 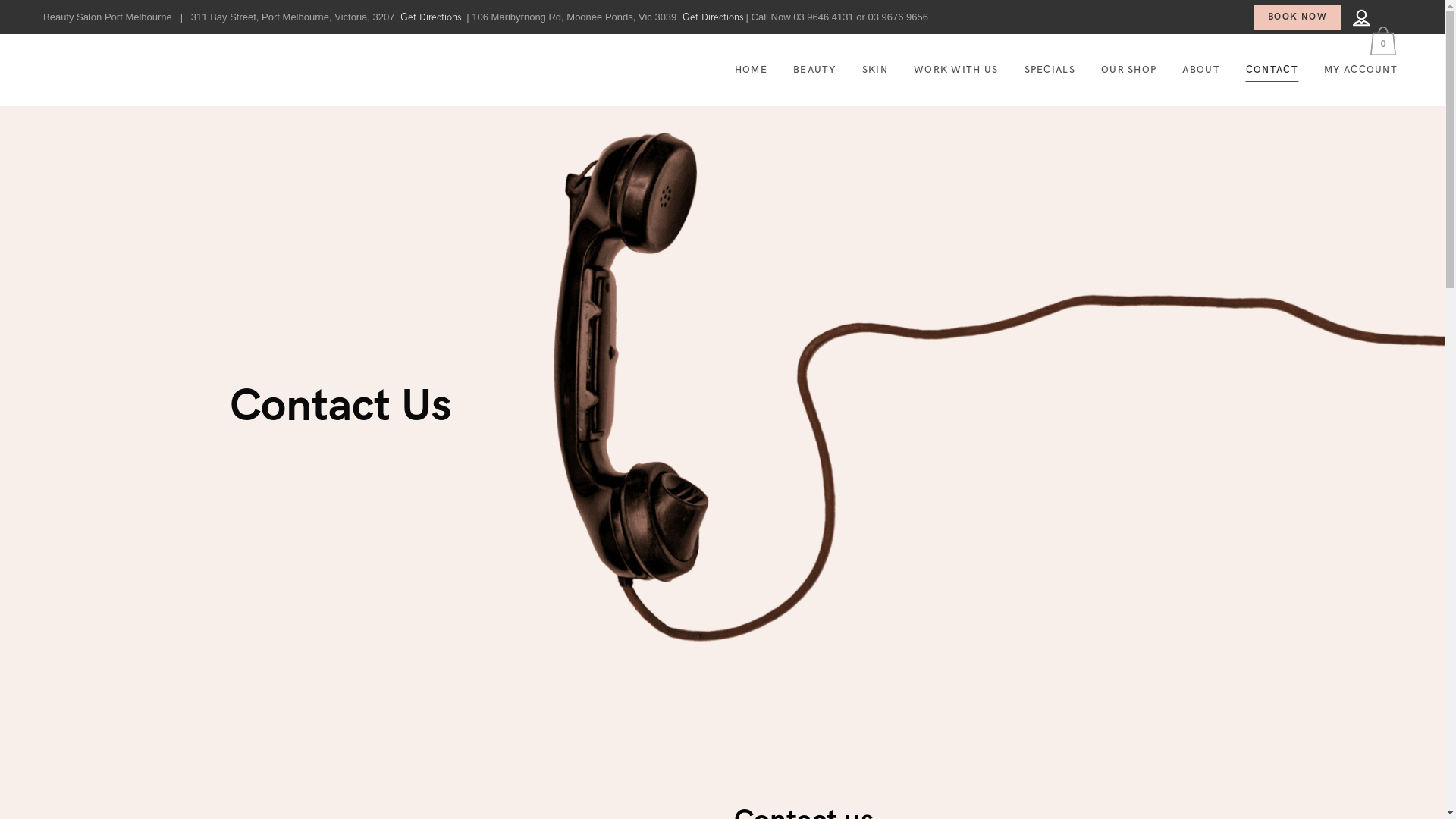 I want to click on 'OUR SHOP', so click(x=1128, y=70).